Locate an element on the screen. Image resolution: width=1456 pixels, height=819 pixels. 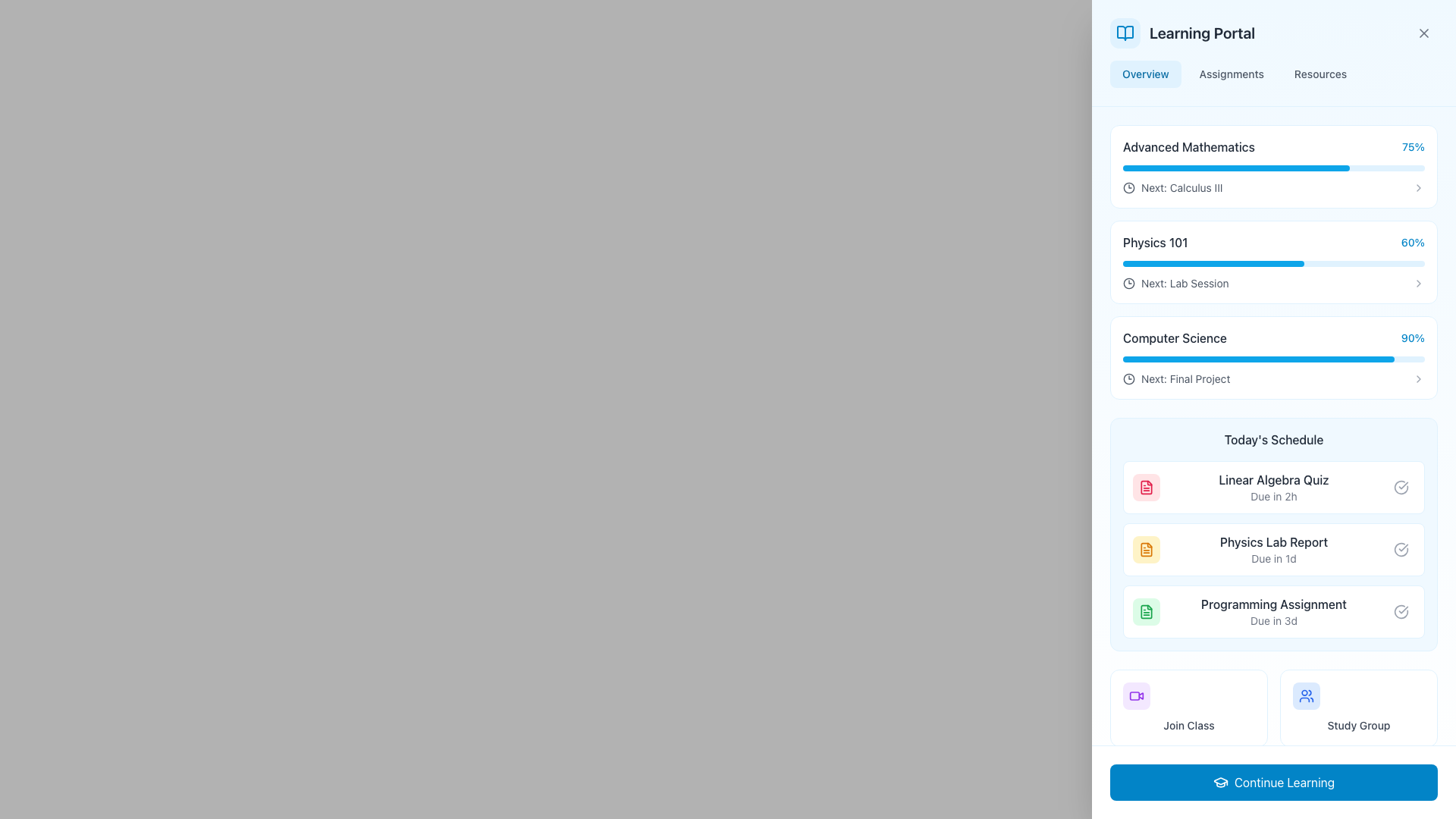
the close button located near the top-right corner of the interface is located at coordinates (1423, 33).